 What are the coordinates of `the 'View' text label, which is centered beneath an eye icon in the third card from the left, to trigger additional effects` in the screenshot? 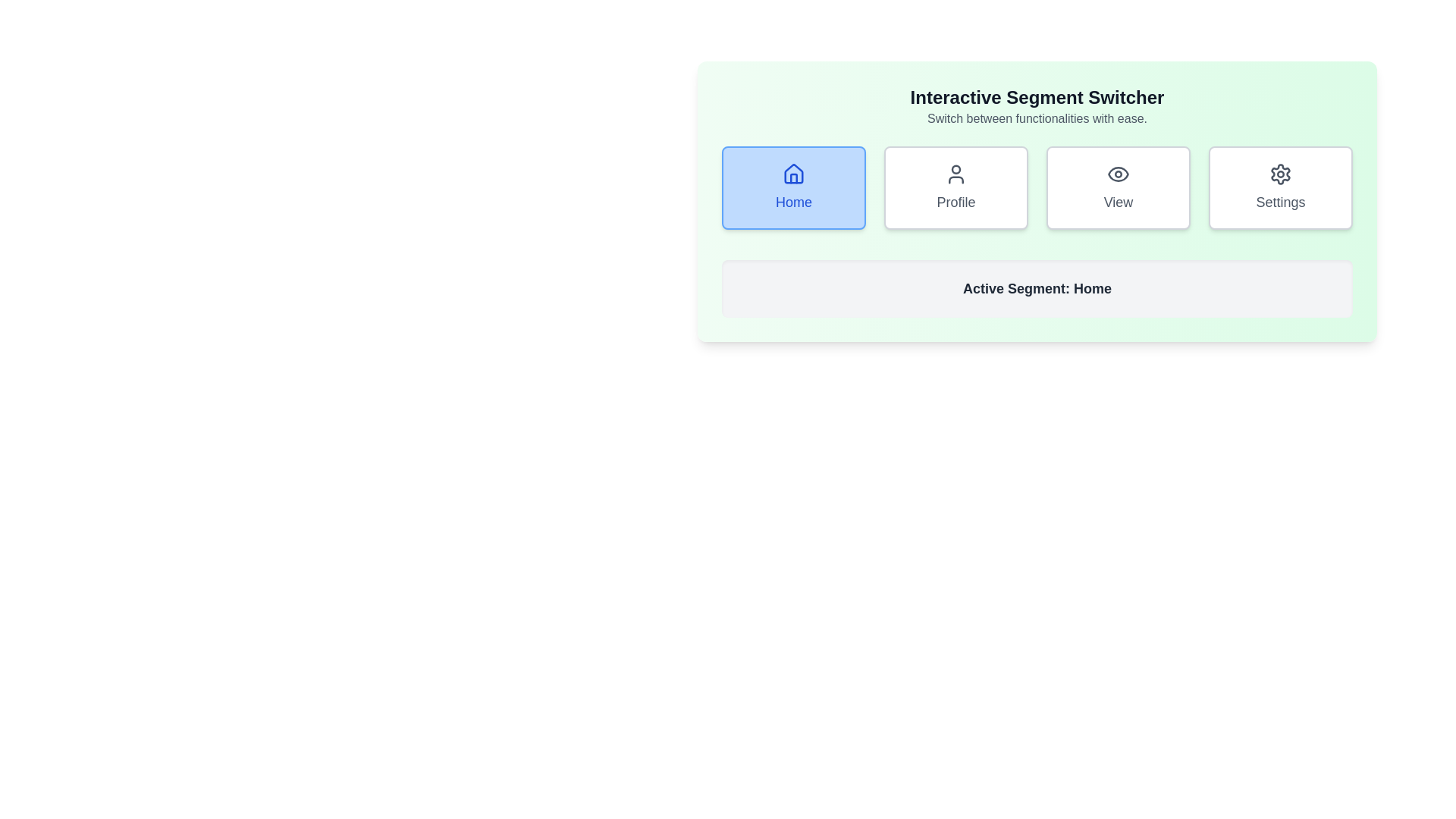 It's located at (1118, 201).